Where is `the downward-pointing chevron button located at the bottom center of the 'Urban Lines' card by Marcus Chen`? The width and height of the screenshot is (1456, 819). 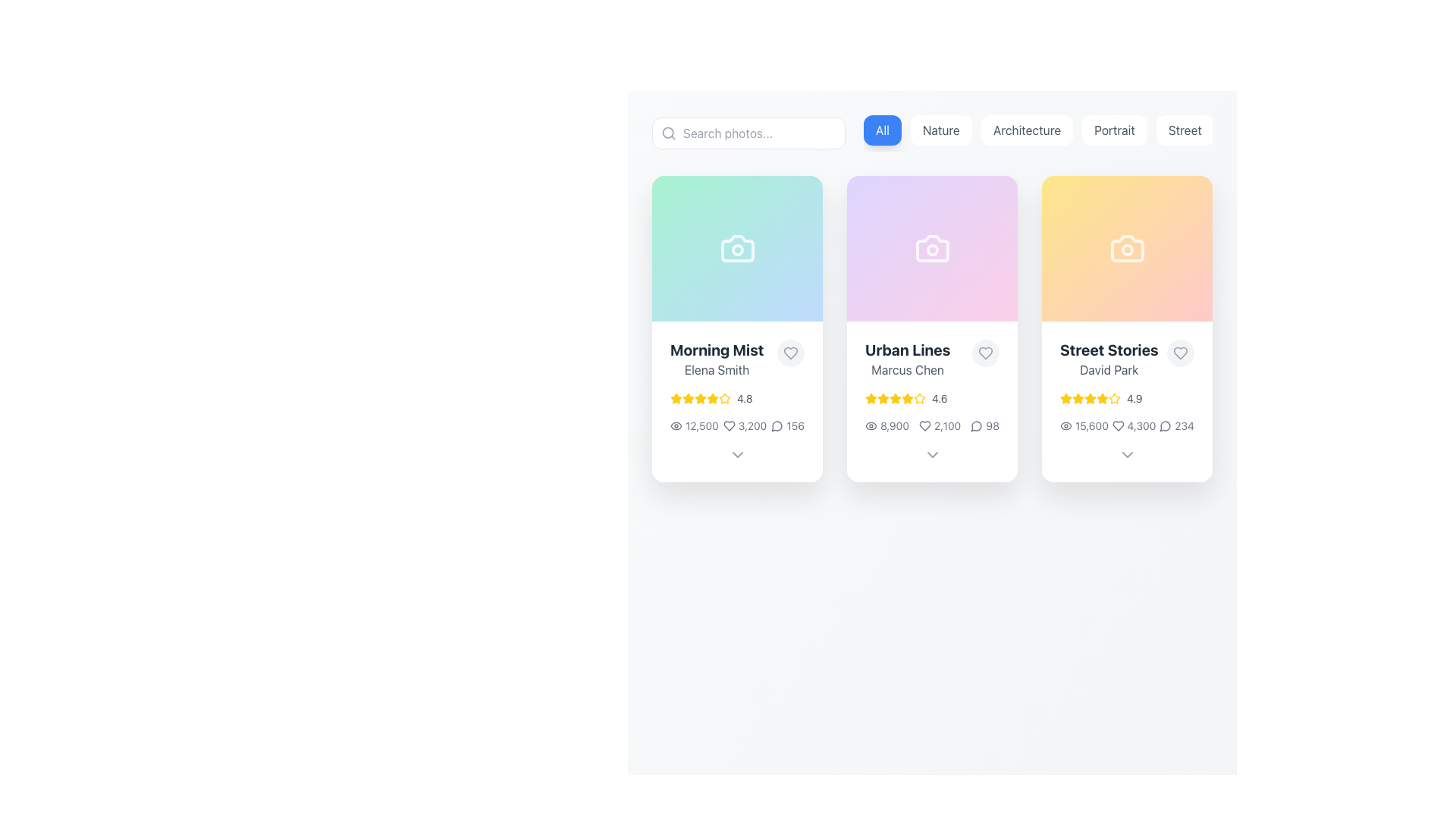 the downward-pointing chevron button located at the bottom center of the 'Urban Lines' card by Marcus Chen is located at coordinates (931, 454).